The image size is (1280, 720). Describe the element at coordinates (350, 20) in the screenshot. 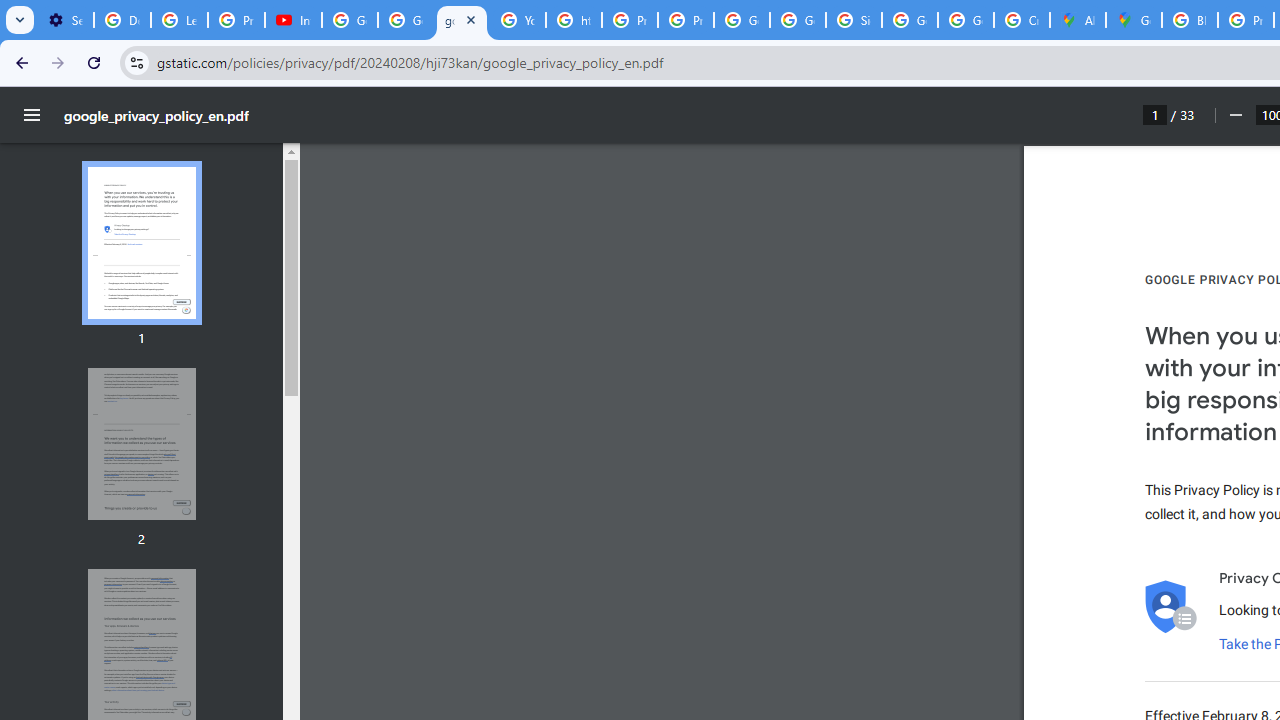

I see `'Google Account Help'` at that location.